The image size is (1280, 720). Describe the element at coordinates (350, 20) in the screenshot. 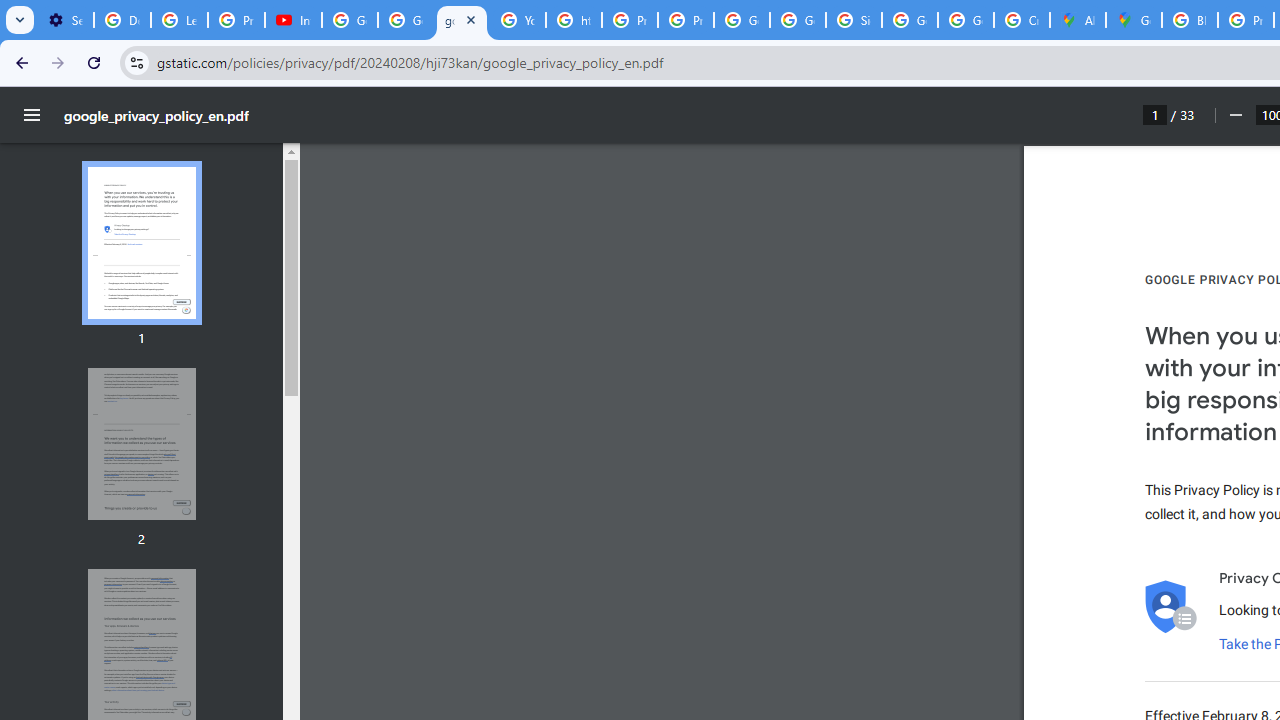

I see `'Google Account Help'` at that location.